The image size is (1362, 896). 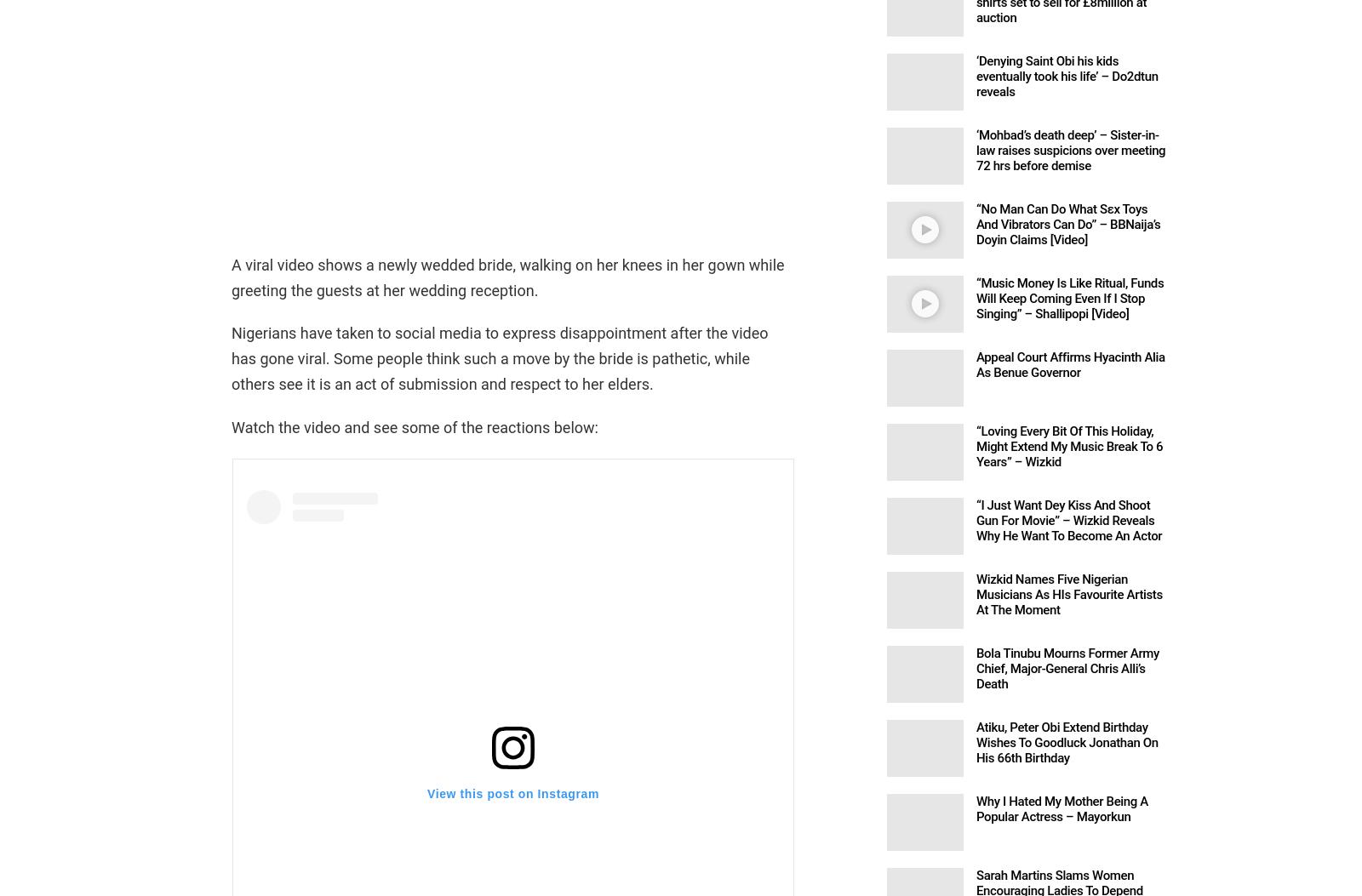 I want to click on 'Bola Tinubu Mourns Former Army Chief, Major-General Chris Alli’s Death', so click(x=1066, y=668).